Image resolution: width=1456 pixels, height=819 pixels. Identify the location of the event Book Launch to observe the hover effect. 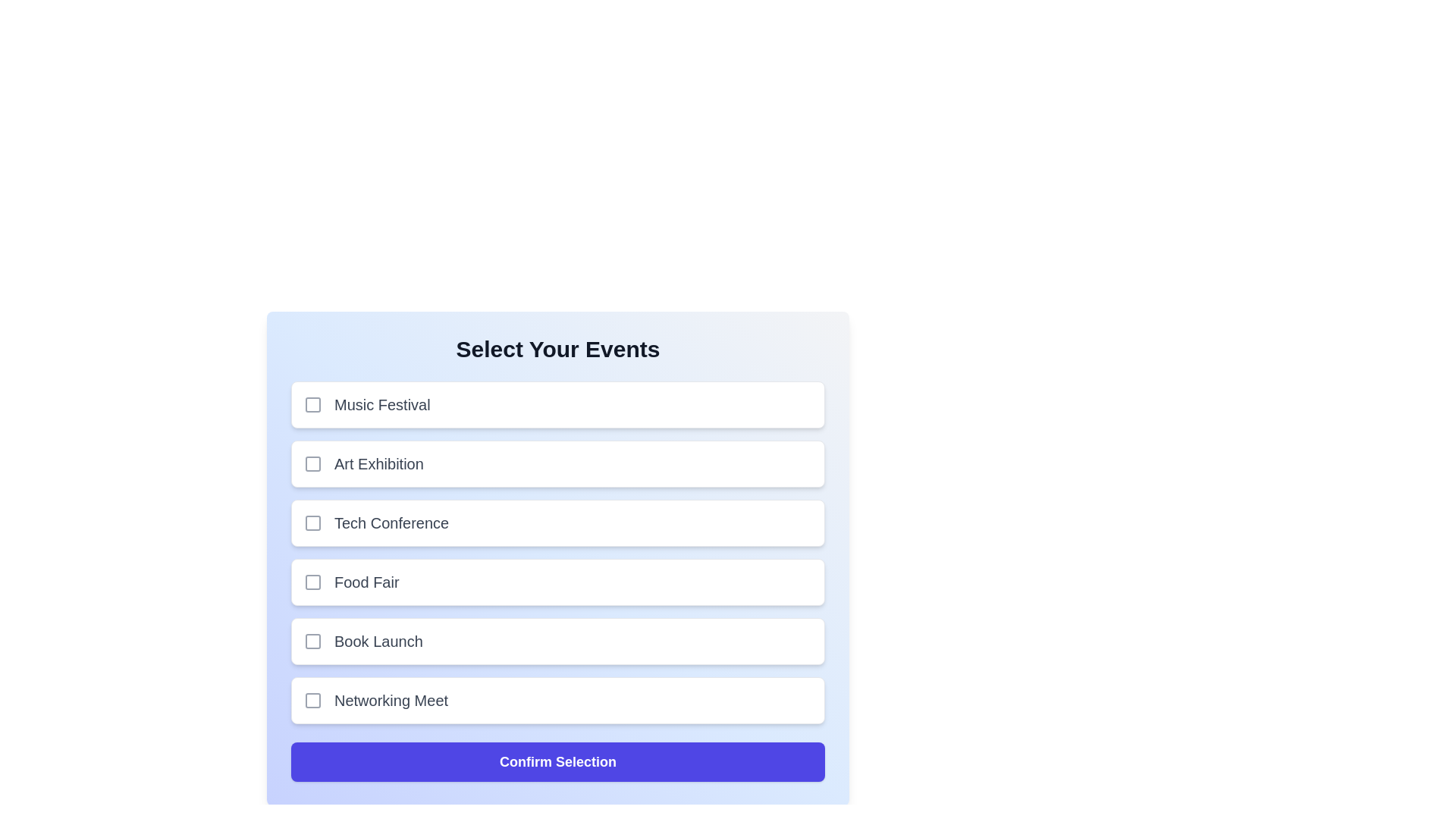
(557, 641).